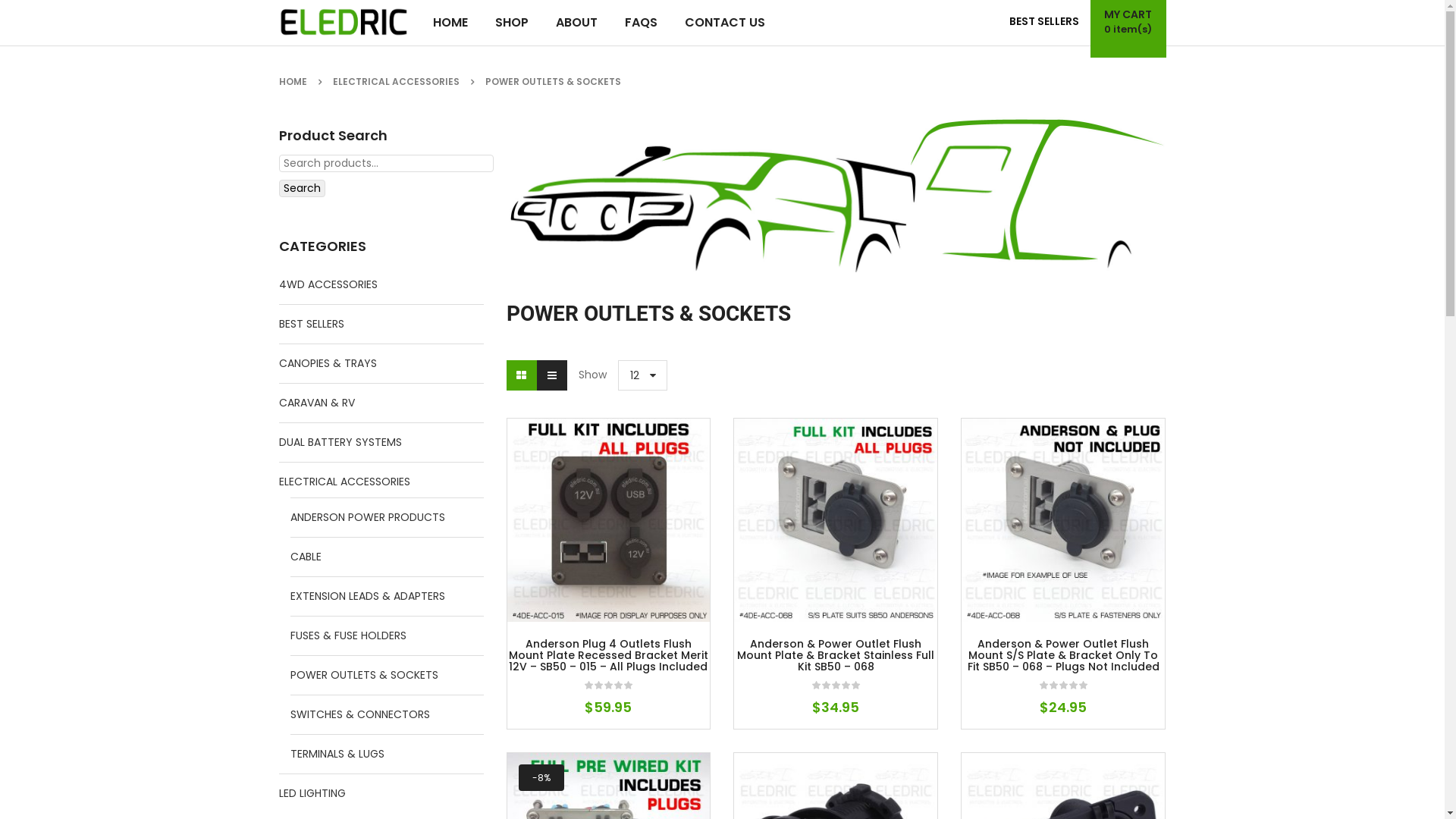 The height and width of the screenshot is (819, 1456). I want to click on 'FAQS', so click(641, 23).